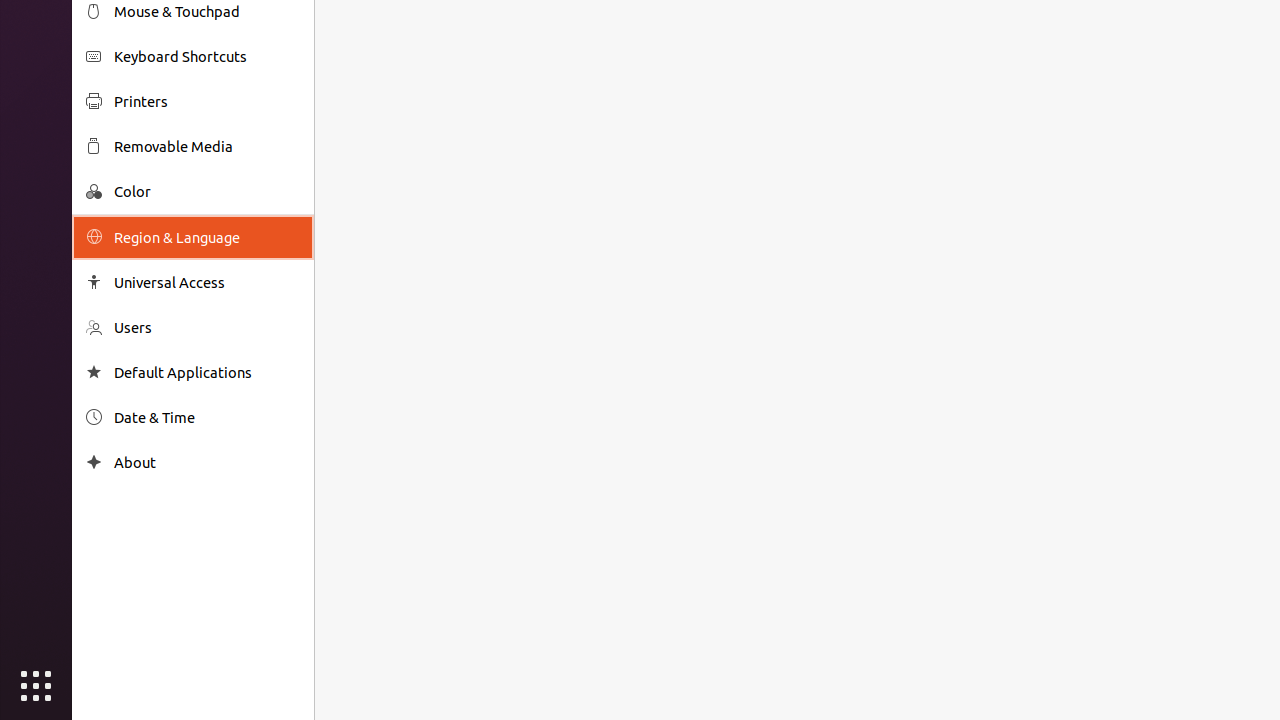  I want to click on 'Default Applications', so click(206, 372).